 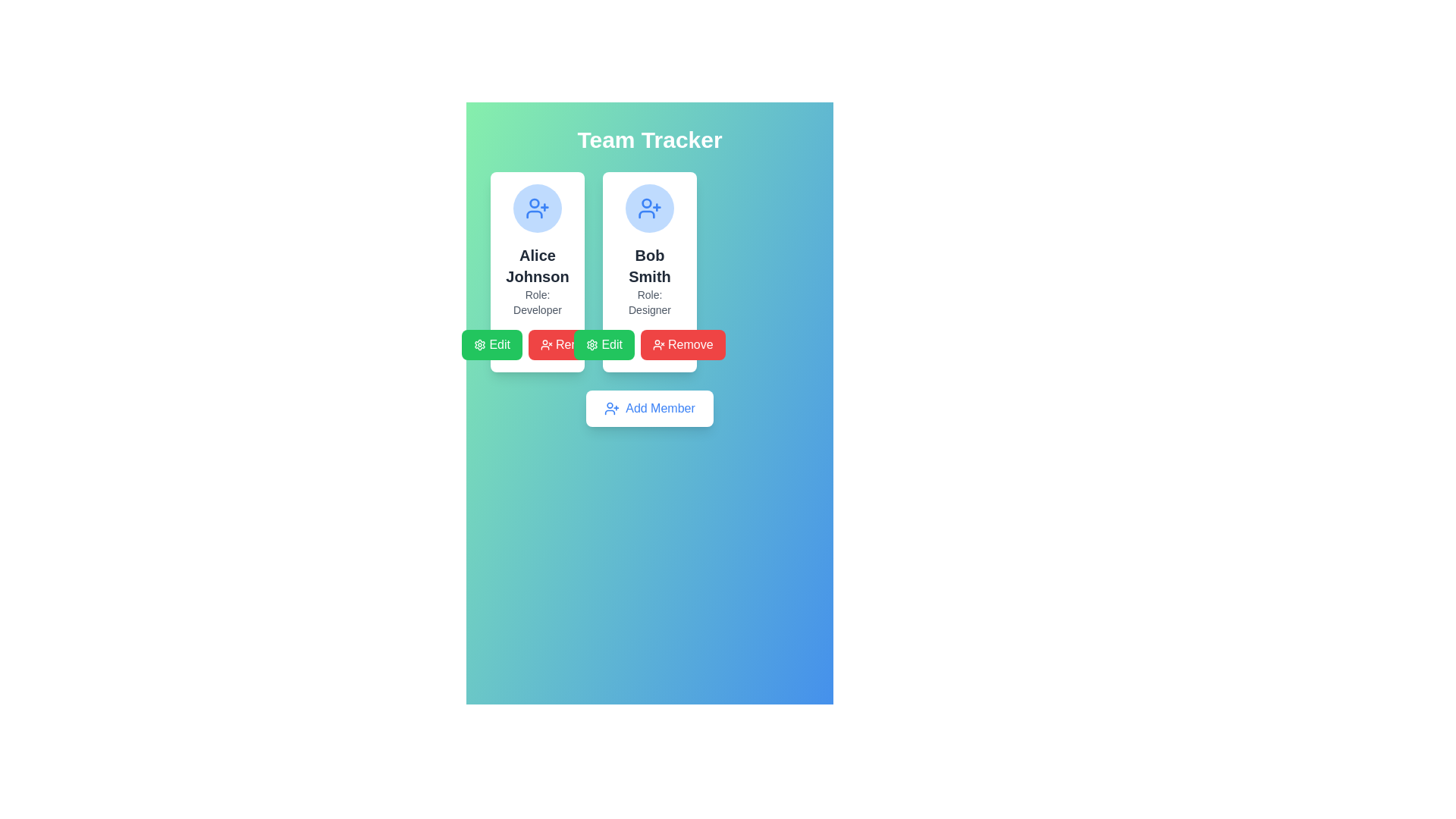 What do you see at coordinates (650, 302) in the screenshot?
I see `the text label that displays 'Role: Designer,' which is styled with small-sized, gray-colored text and located within the second card from the left, below the name 'Bob Smith' and above the action buttons 'Edit' and 'Remove.'` at bounding box center [650, 302].